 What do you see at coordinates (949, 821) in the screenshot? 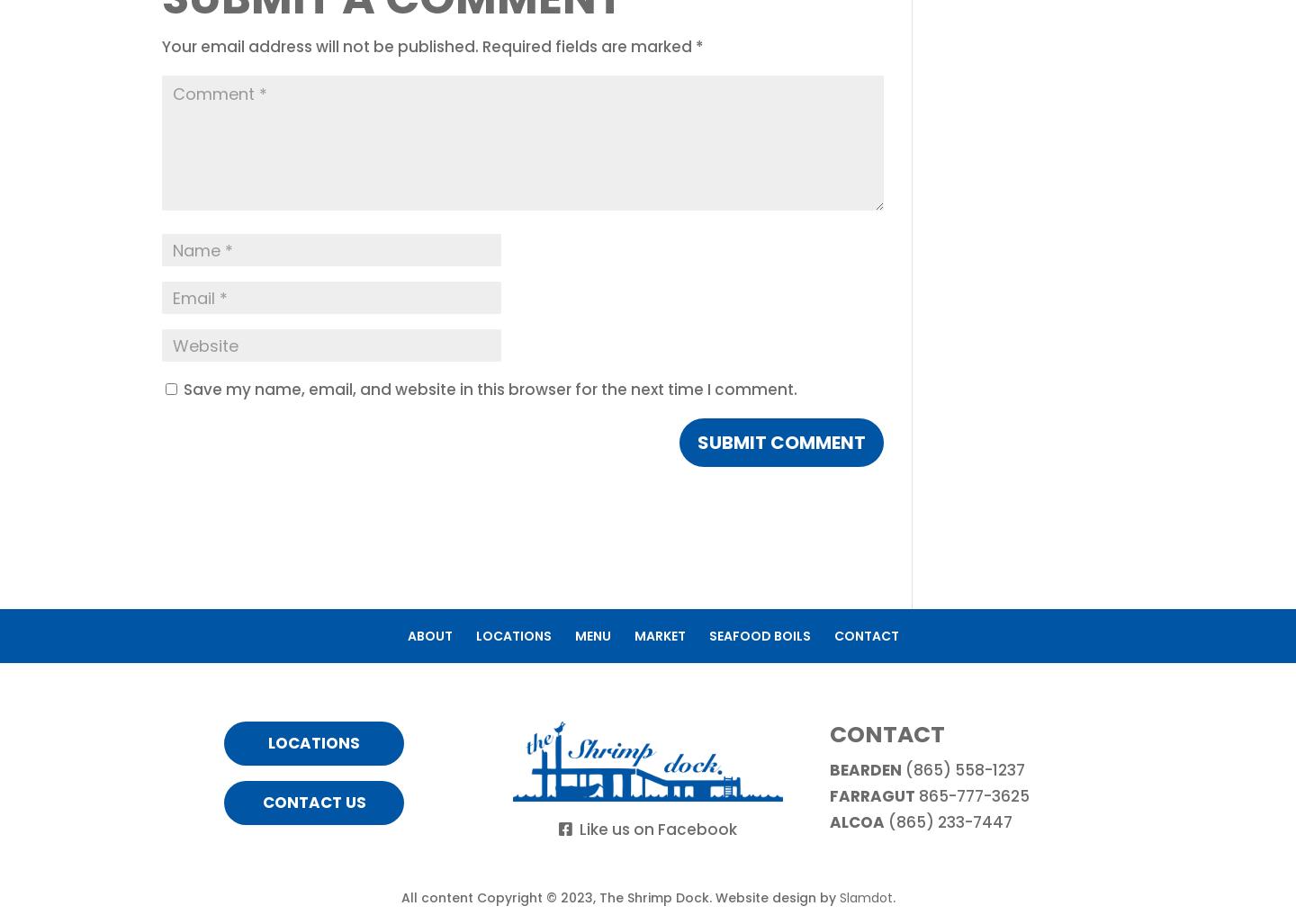
I see `'(865) 233-7447'` at bounding box center [949, 821].